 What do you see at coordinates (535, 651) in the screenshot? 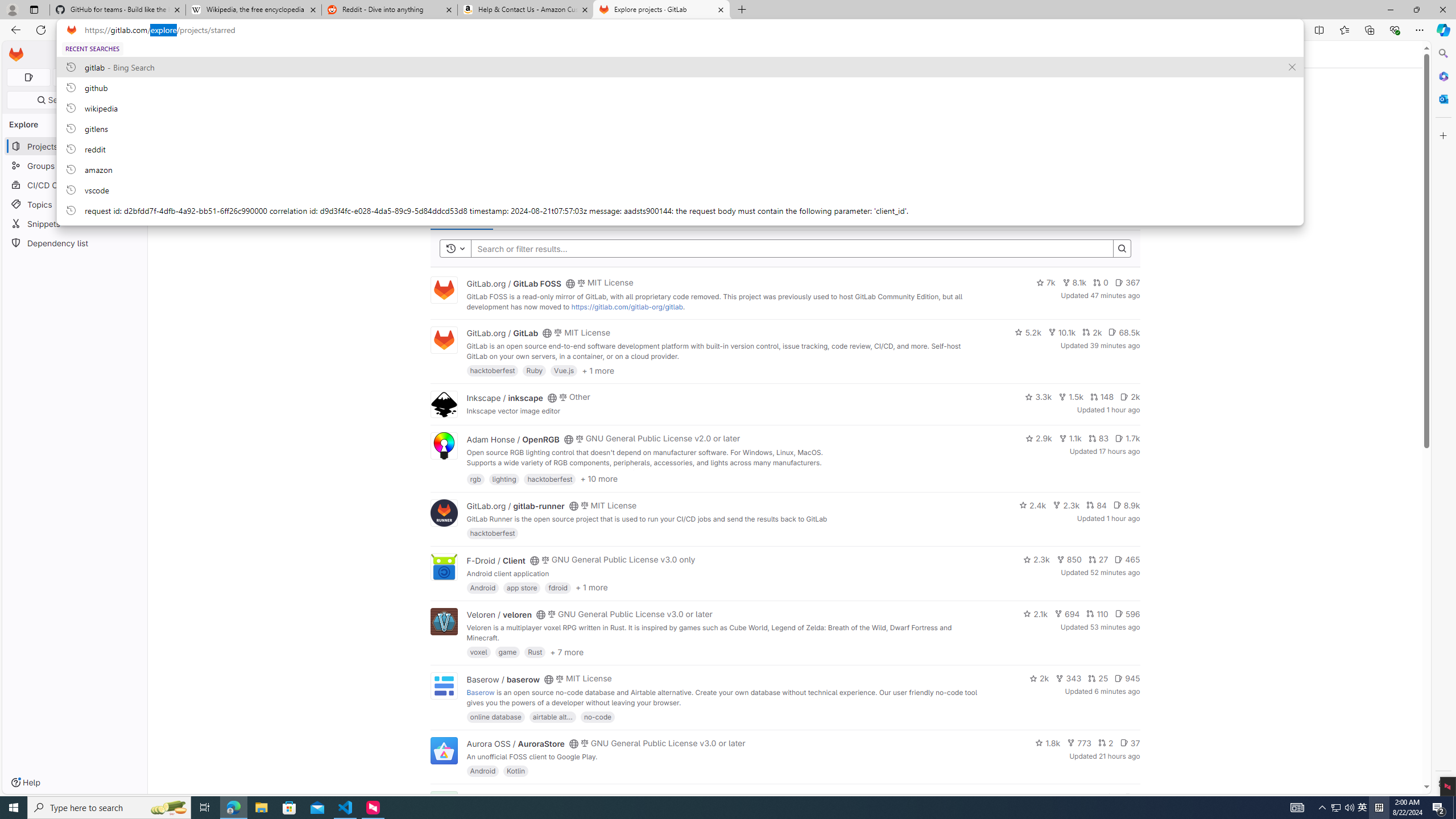
I see `'Rust'` at bounding box center [535, 651].